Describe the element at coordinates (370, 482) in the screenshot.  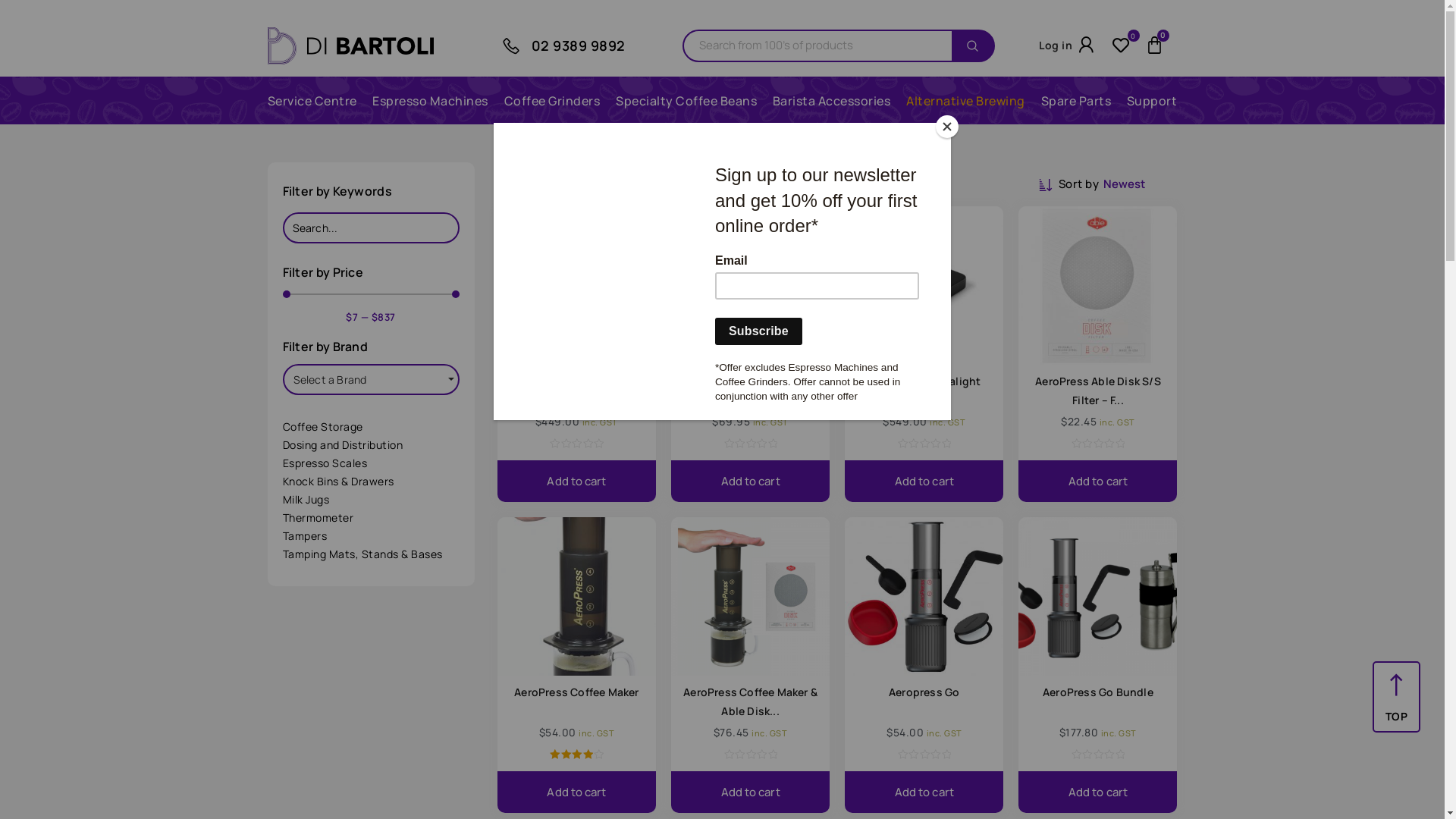
I see `'Knock Bins & Drawers'` at that location.